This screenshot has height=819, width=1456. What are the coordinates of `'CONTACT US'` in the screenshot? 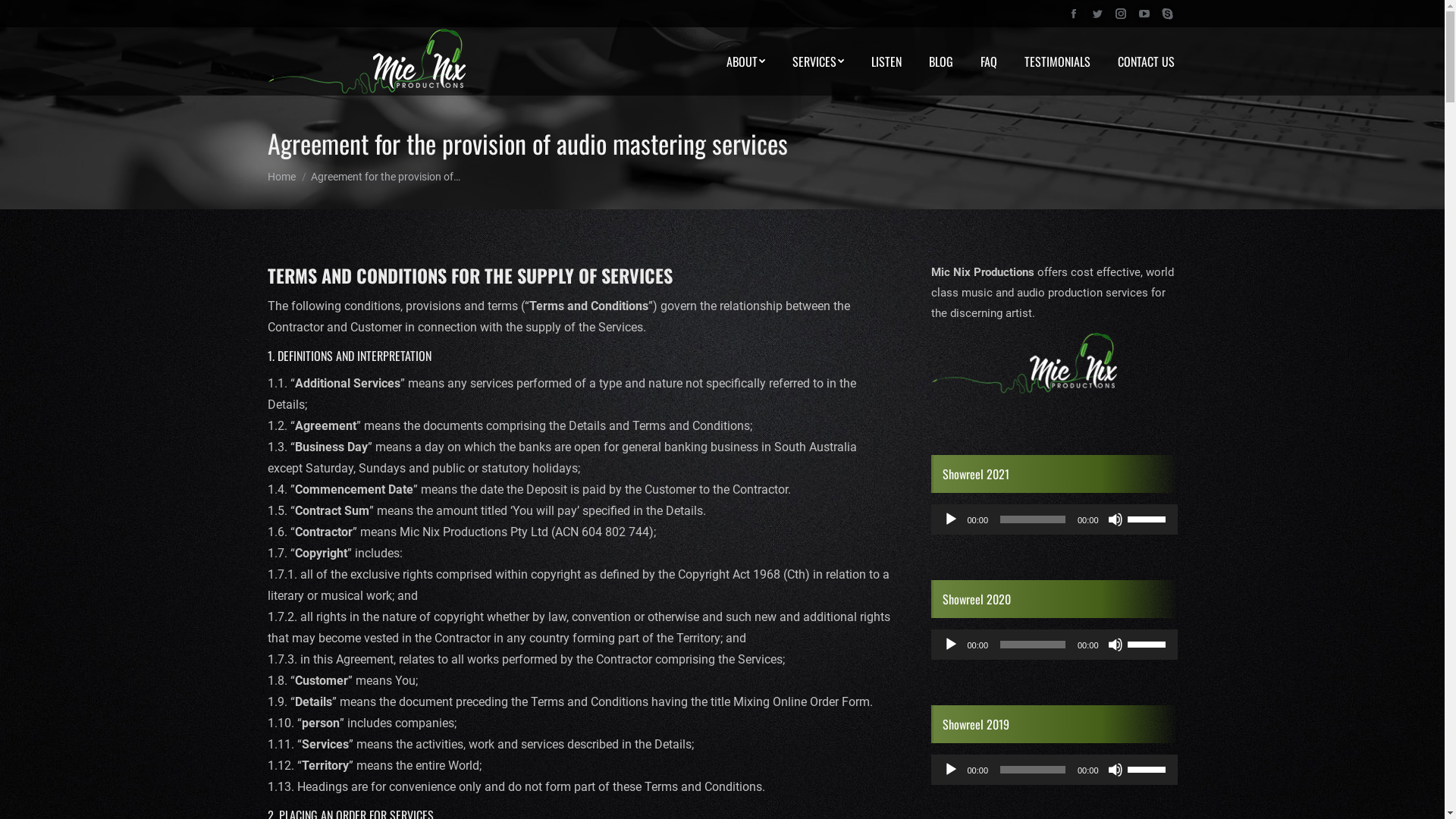 It's located at (1146, 61).